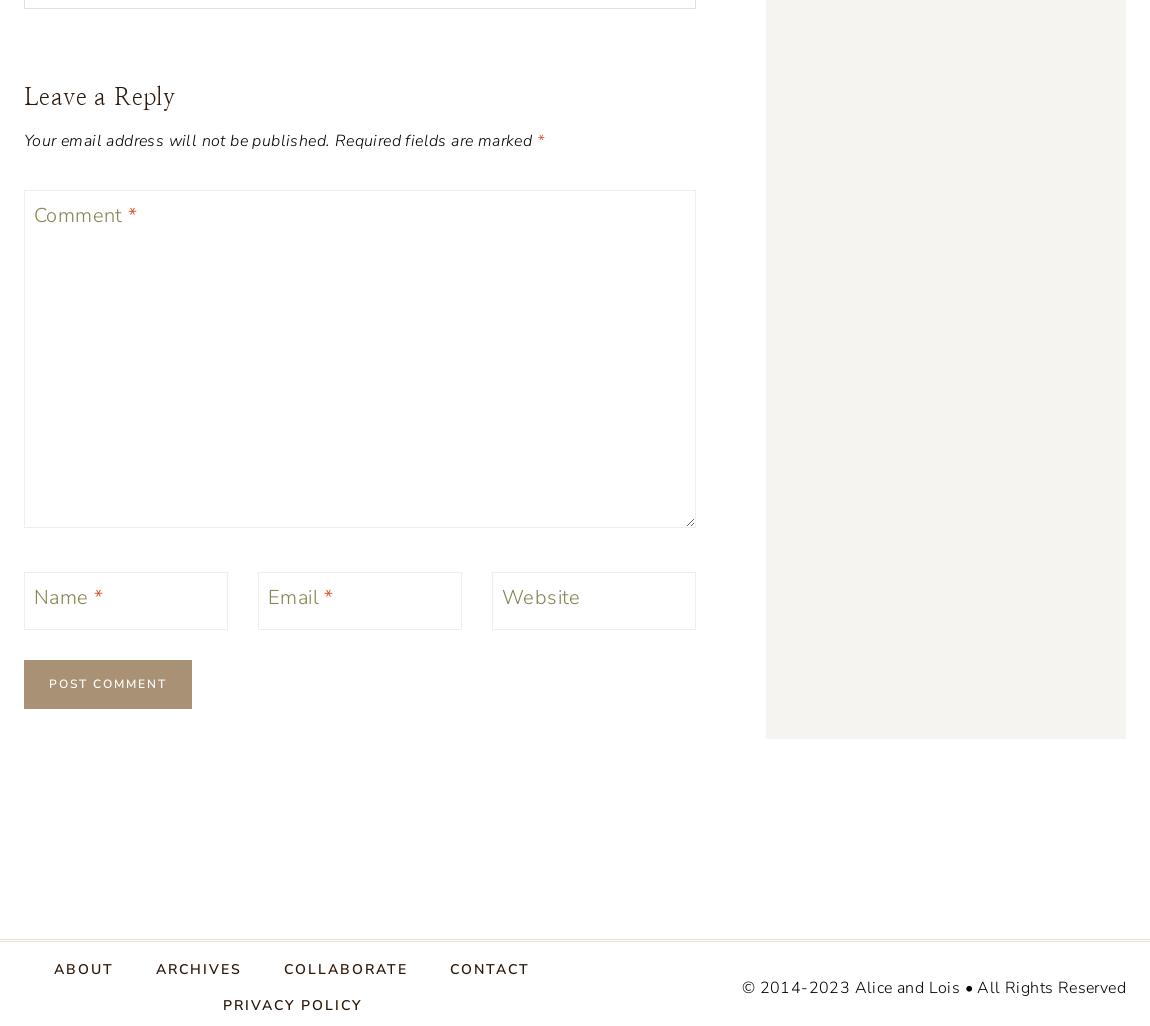  What do you see at coordinates (63, 595) in the screenshot?
I see `'Name'` at bounding box center [63, 595].